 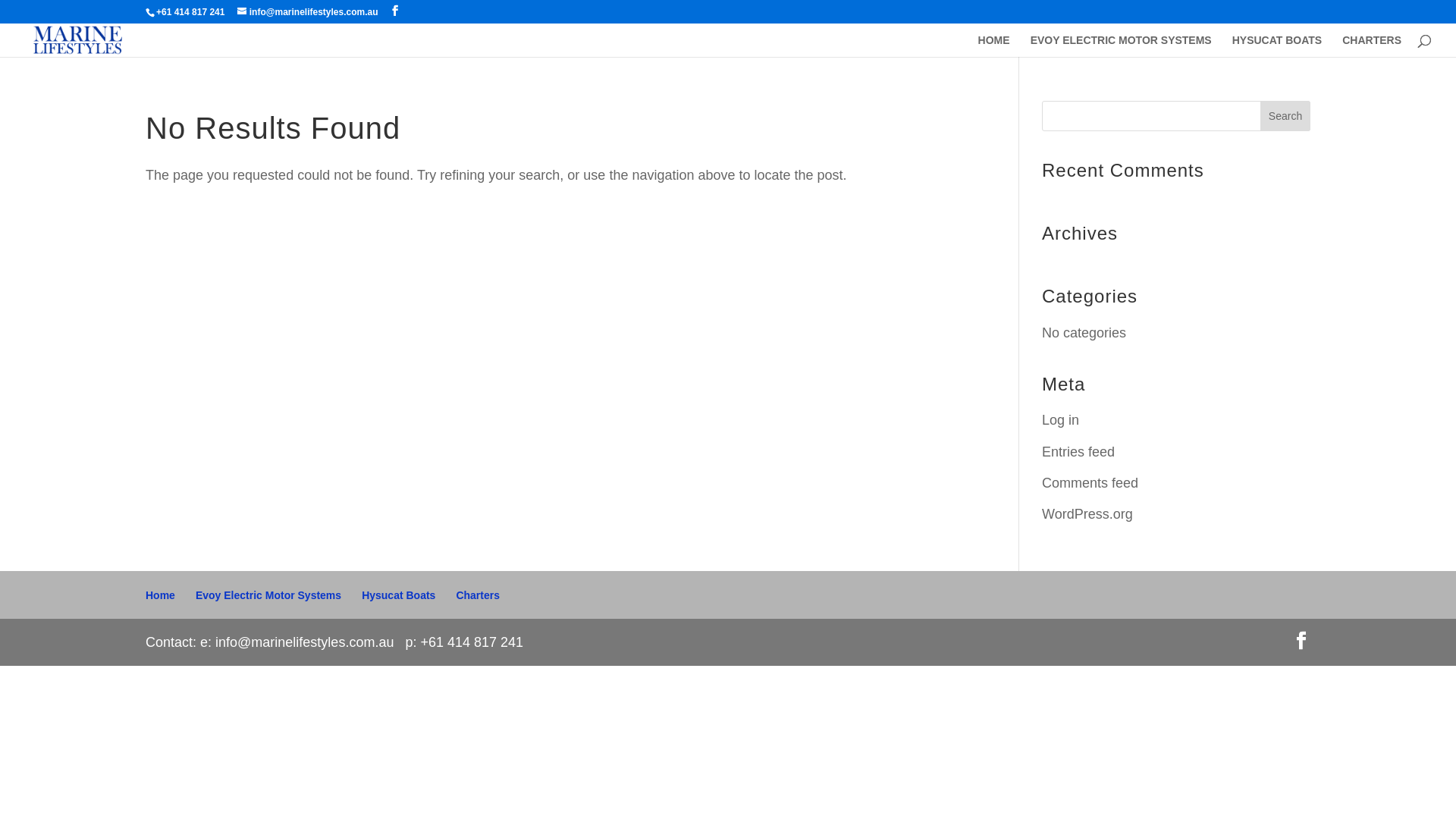 I want to click on 'CHARTERS', so click(x=1372, y=45).